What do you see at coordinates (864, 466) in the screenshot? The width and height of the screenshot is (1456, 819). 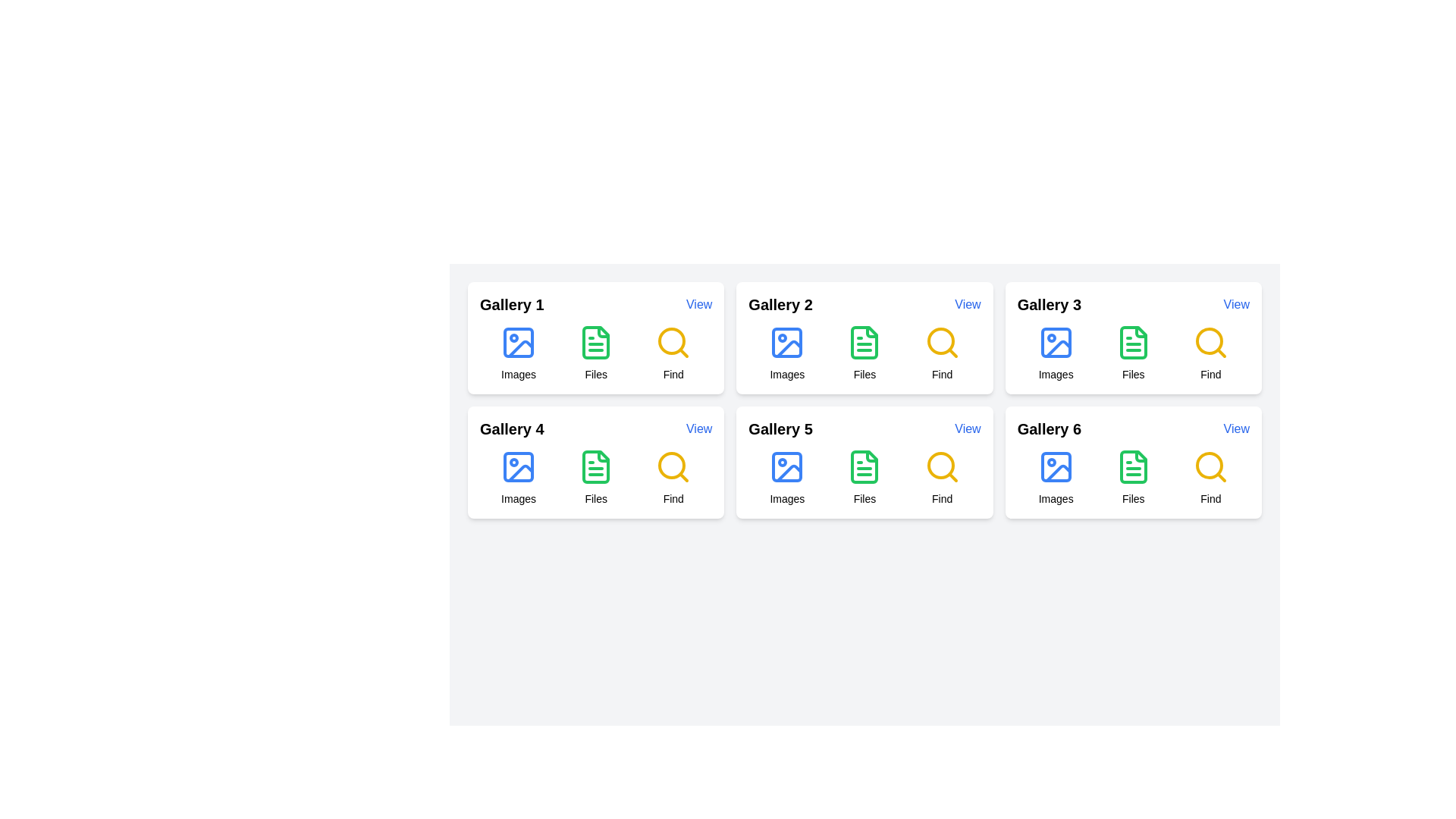 I see `the 'Files' icon, which is a vibrant green document icon with a folded corner, located in the 'Gallery 5' section of the grid layout` at bounding box center [864, 466].